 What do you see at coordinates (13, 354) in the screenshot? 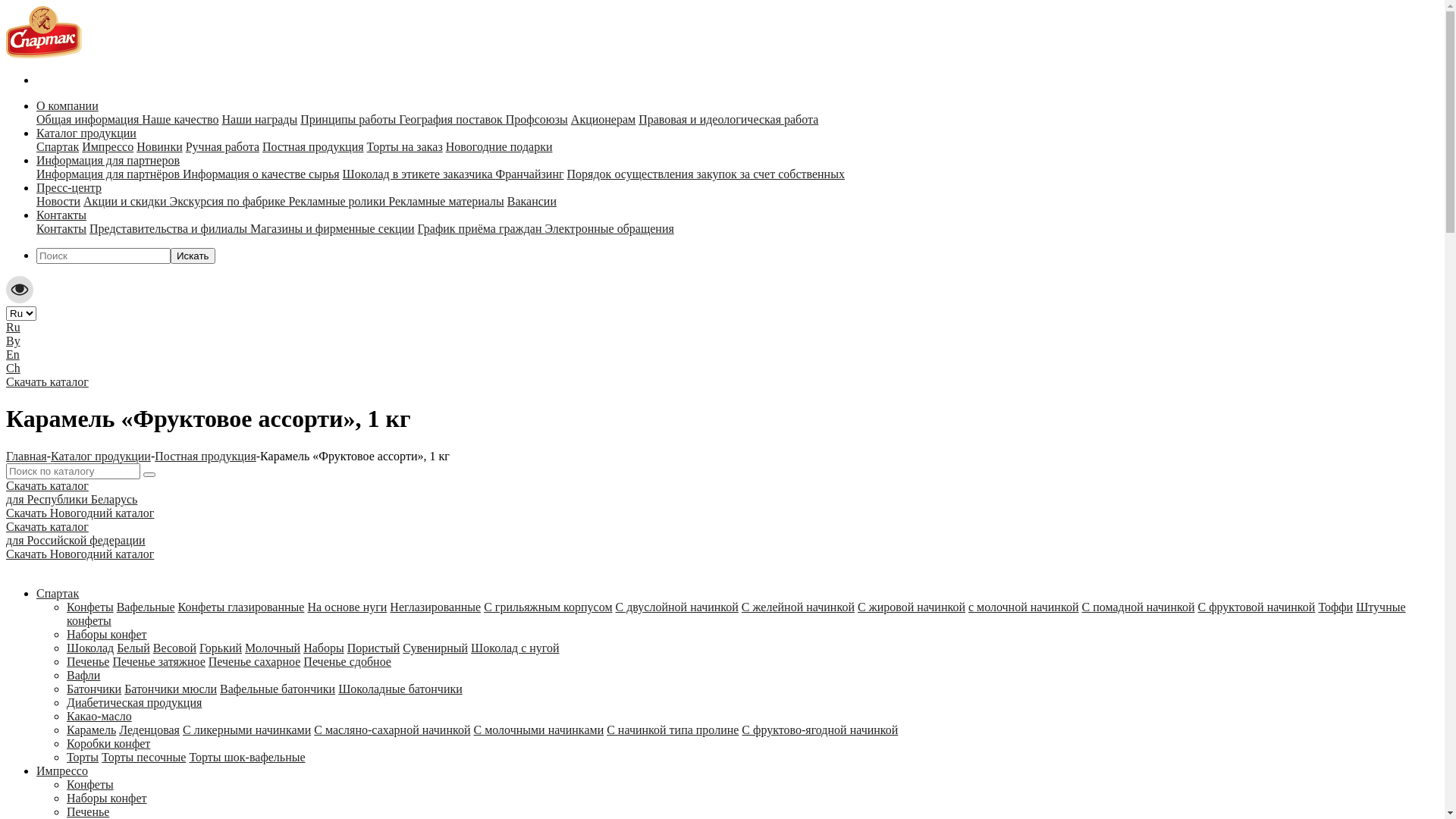
I see `'En'` at bounding box center [13, 354].